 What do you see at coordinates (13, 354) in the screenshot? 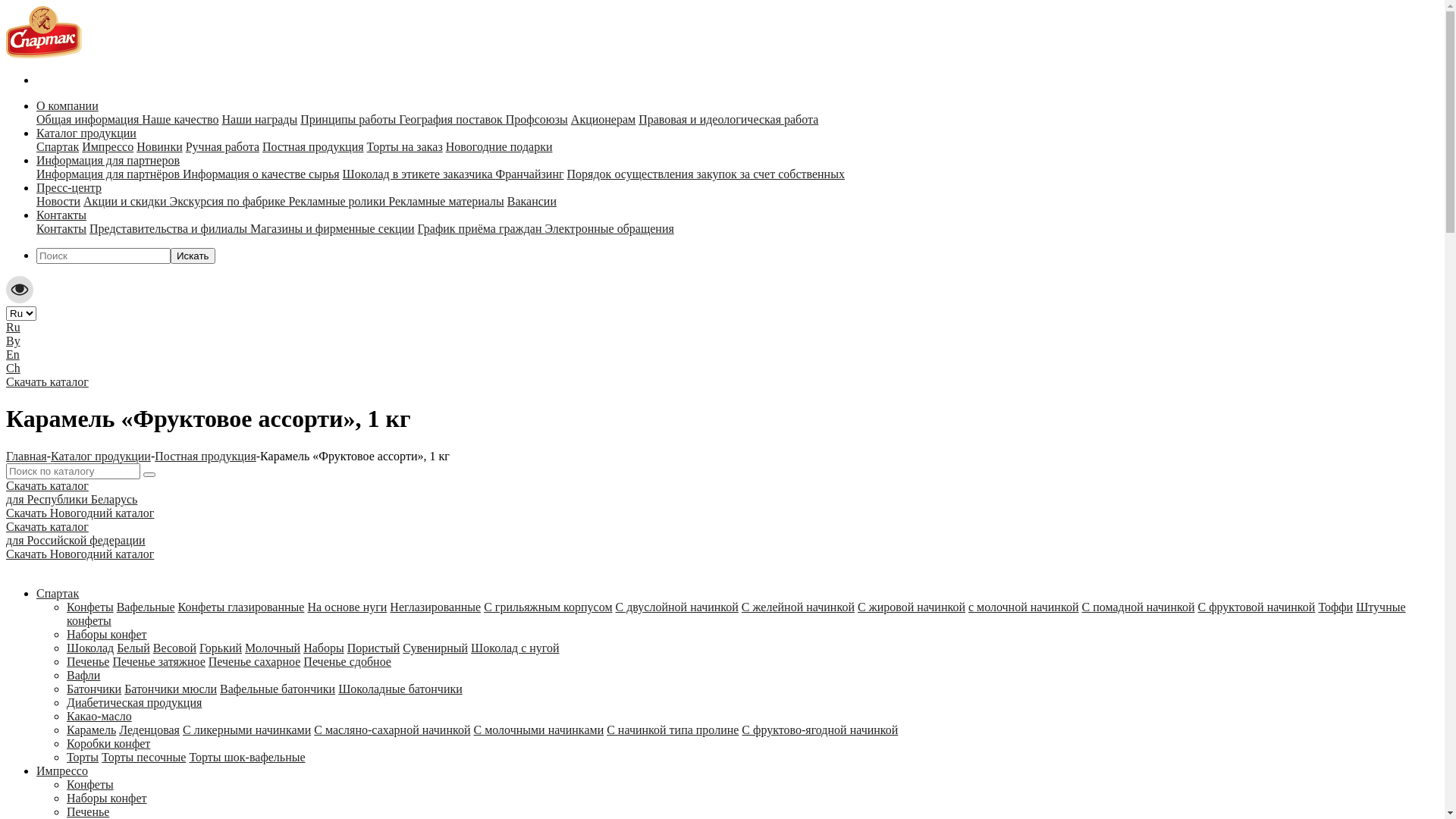
I see `'En'` at bounding box center [13, 354].